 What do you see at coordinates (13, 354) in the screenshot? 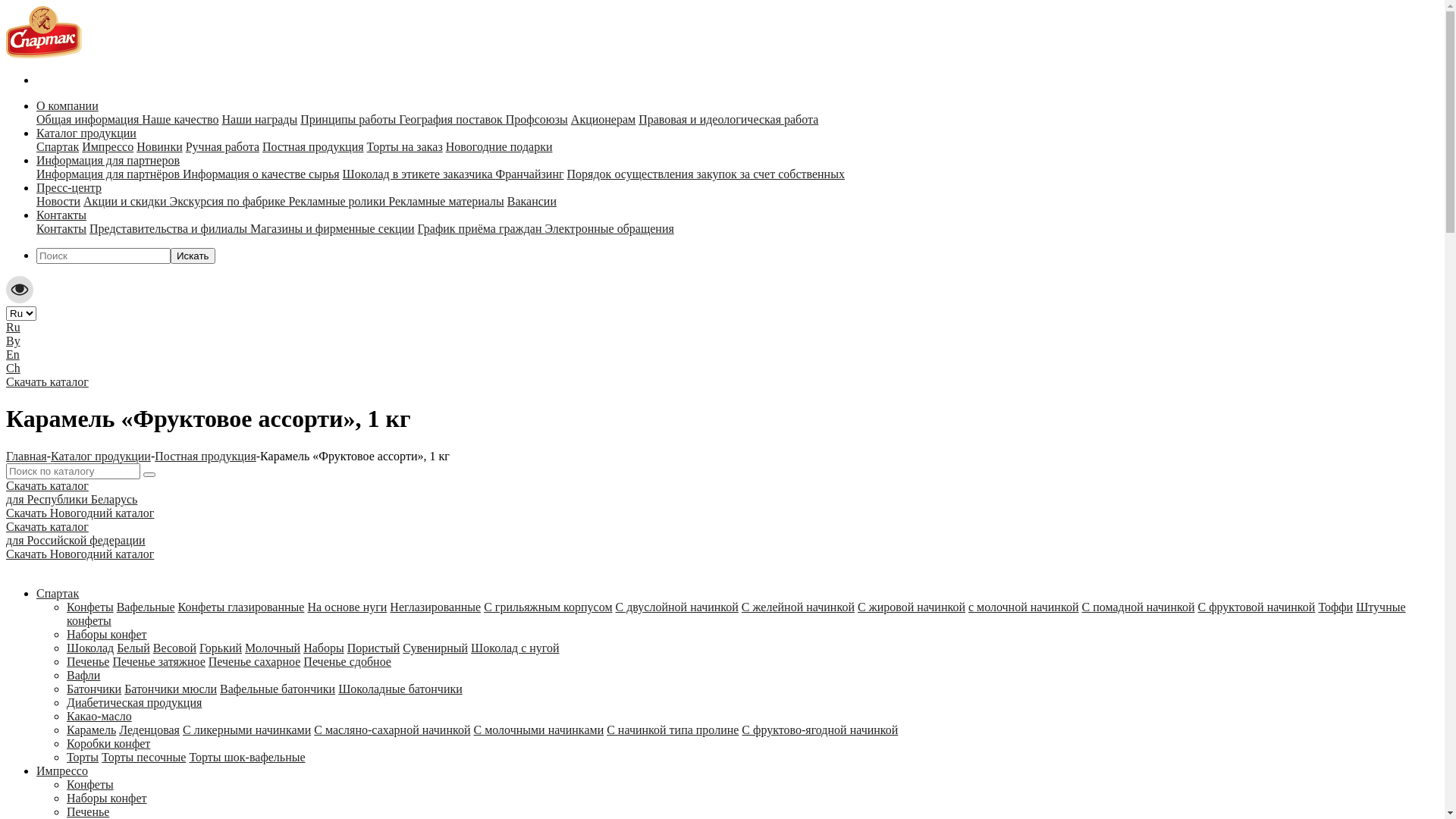
I see `'En'` at bounding box center [13, 354].